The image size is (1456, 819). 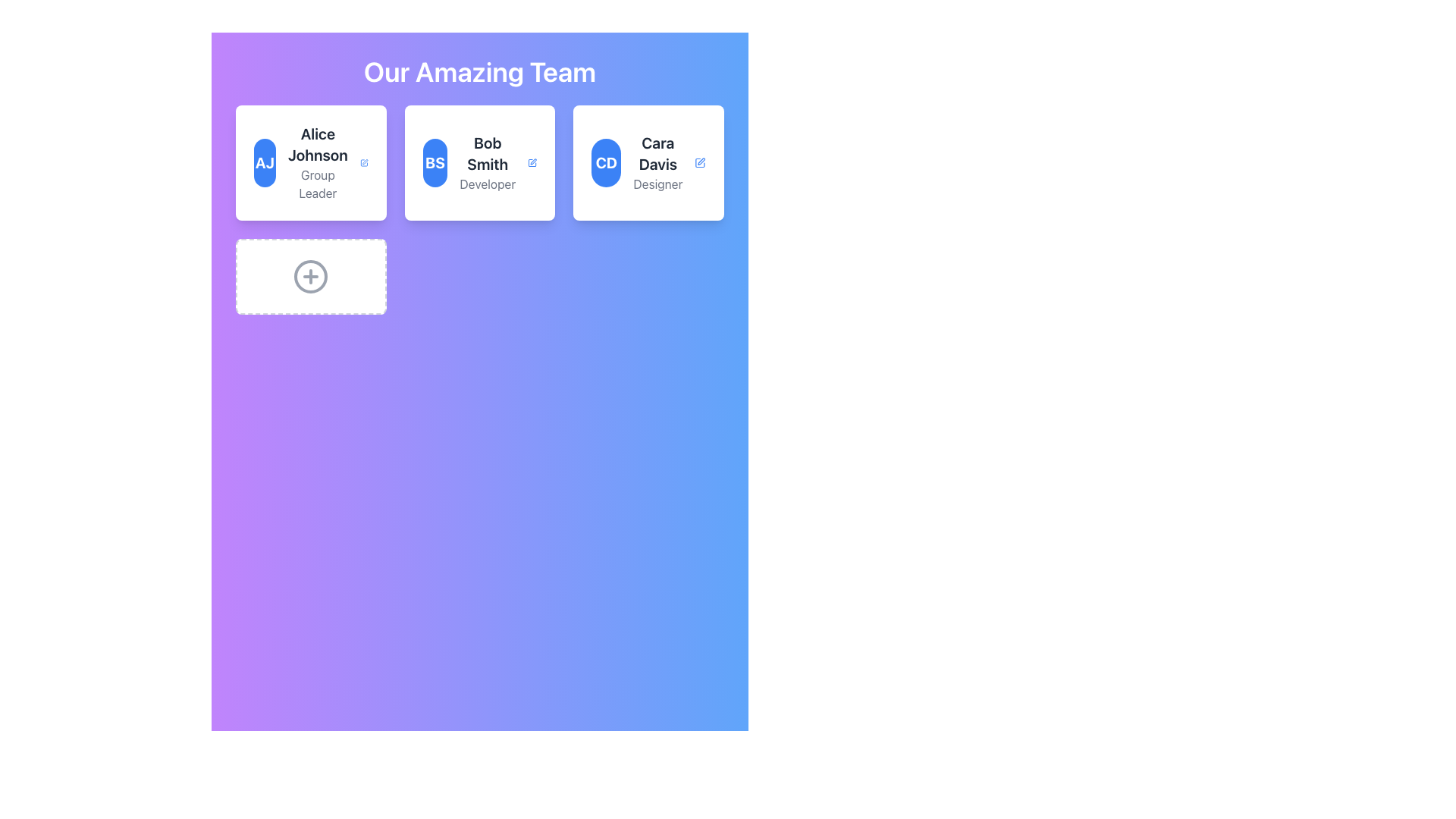 What do you see at coordinates (265, 163) in the screenshot?
I see `the circular badge displaying 'AJ' in white against a blue background, which is located within a white card next to the text 'Alice Johnson' and 'Group Leader'` at bounding box center [265, 163].